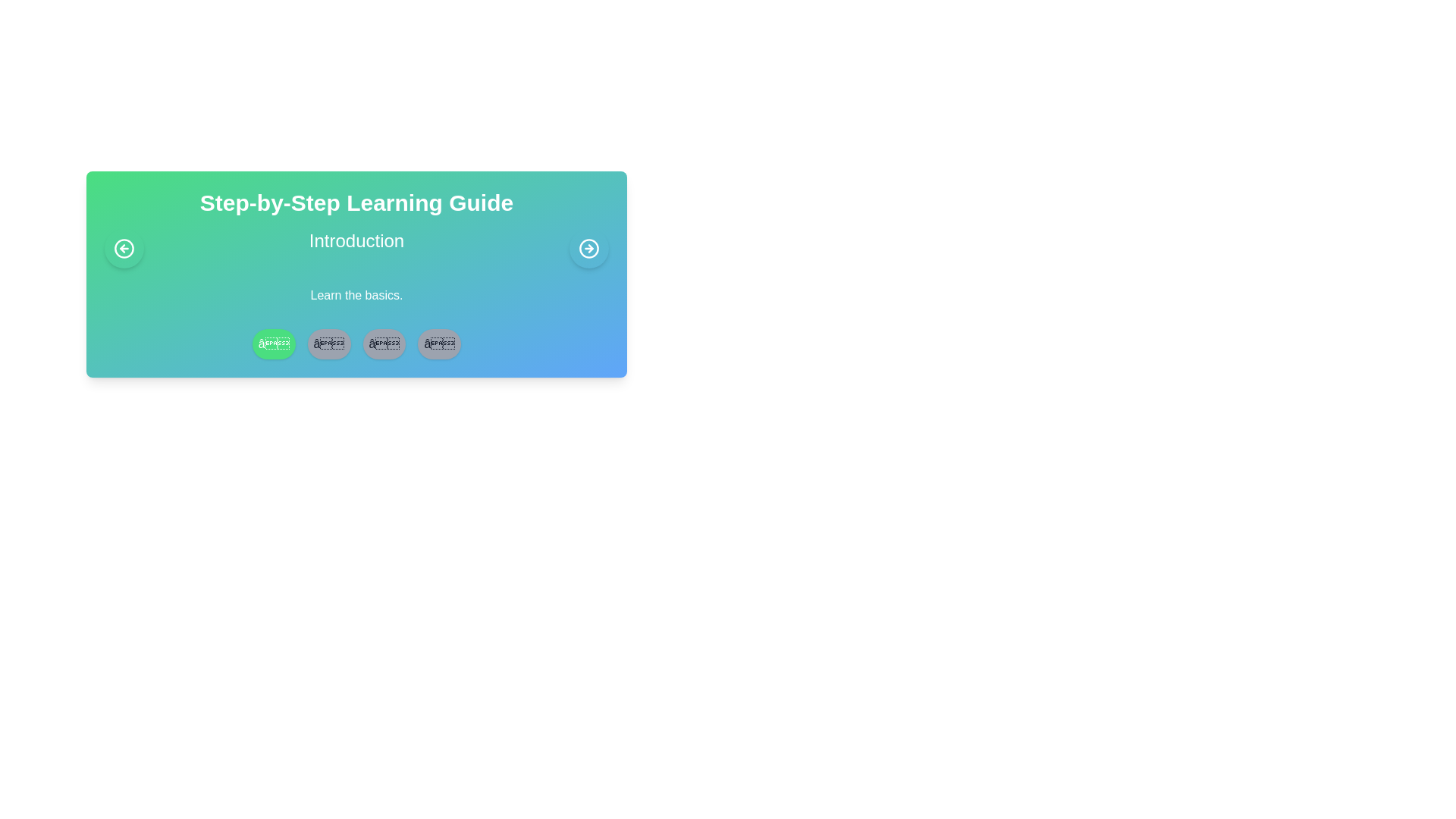 This screenshot has width=1456, height=819. Describe the element at coordinates (438, 344) in the screenshot. I see `the circular button displaying '●' in dark gray color with a gray background` at that location.